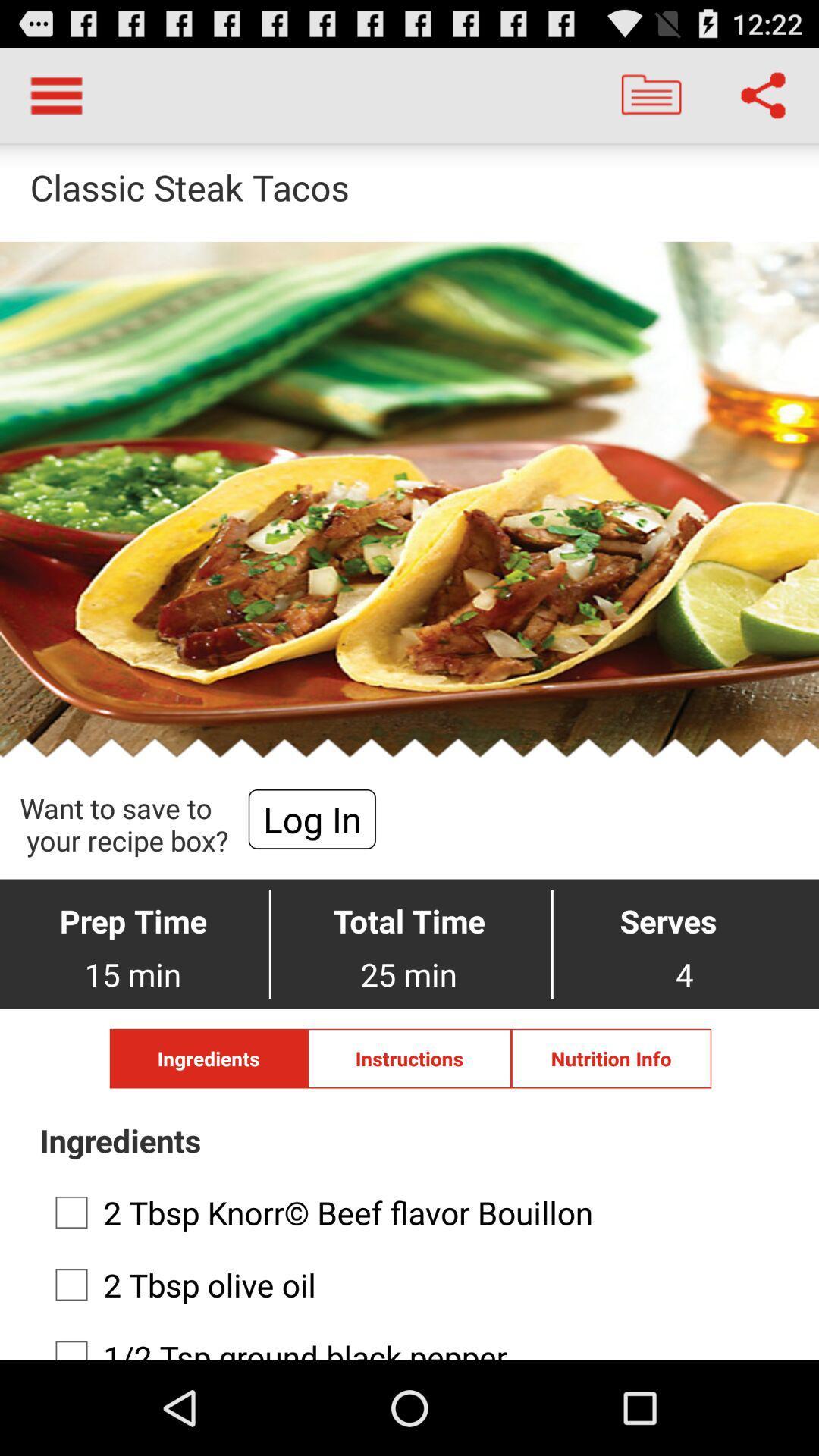 This screenshot has width=819, height=1456. Describe the element at coordinates (311, 818) in the screenshot. I see `log in` at that location.